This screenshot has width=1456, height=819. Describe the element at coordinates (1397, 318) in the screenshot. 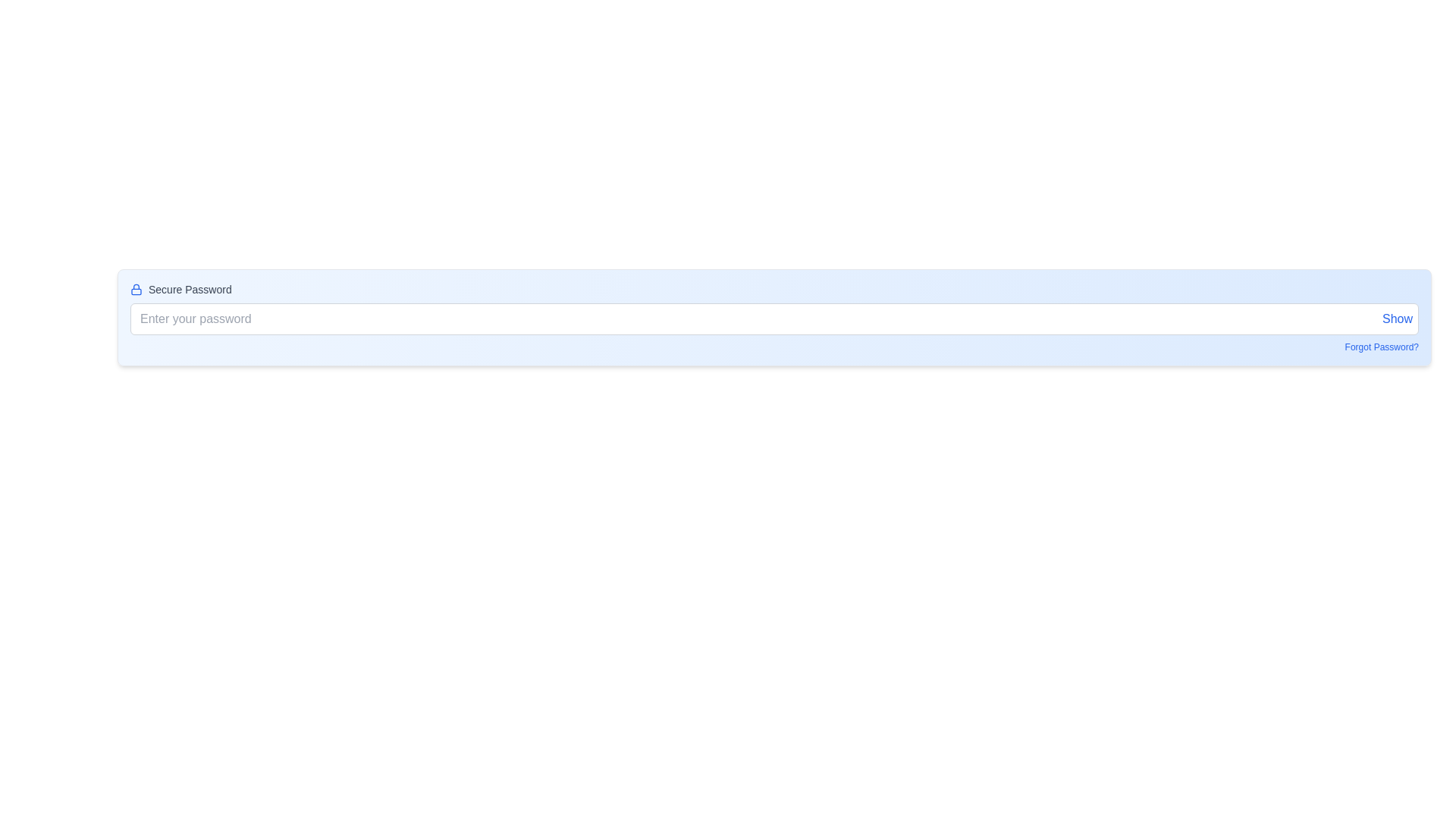

I see `the Text button` at that location.